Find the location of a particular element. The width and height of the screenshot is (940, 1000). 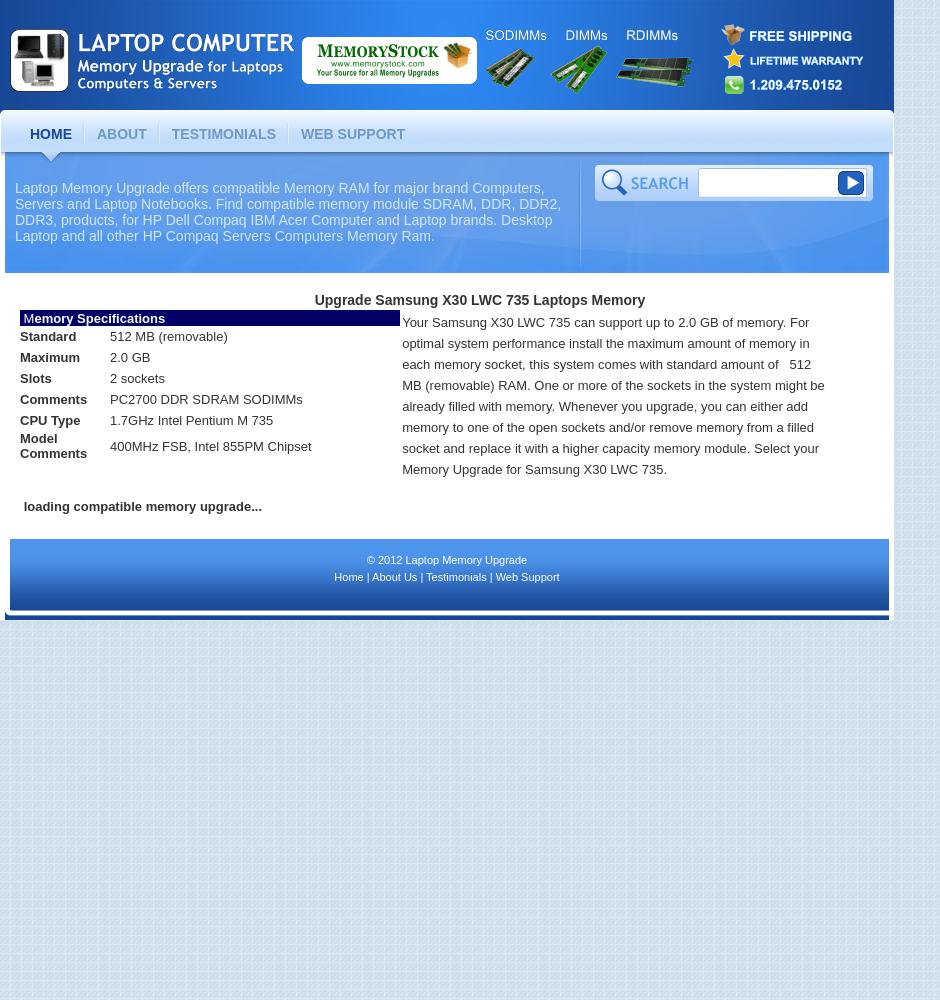

'About Us' is located at coordinates (370, 576).